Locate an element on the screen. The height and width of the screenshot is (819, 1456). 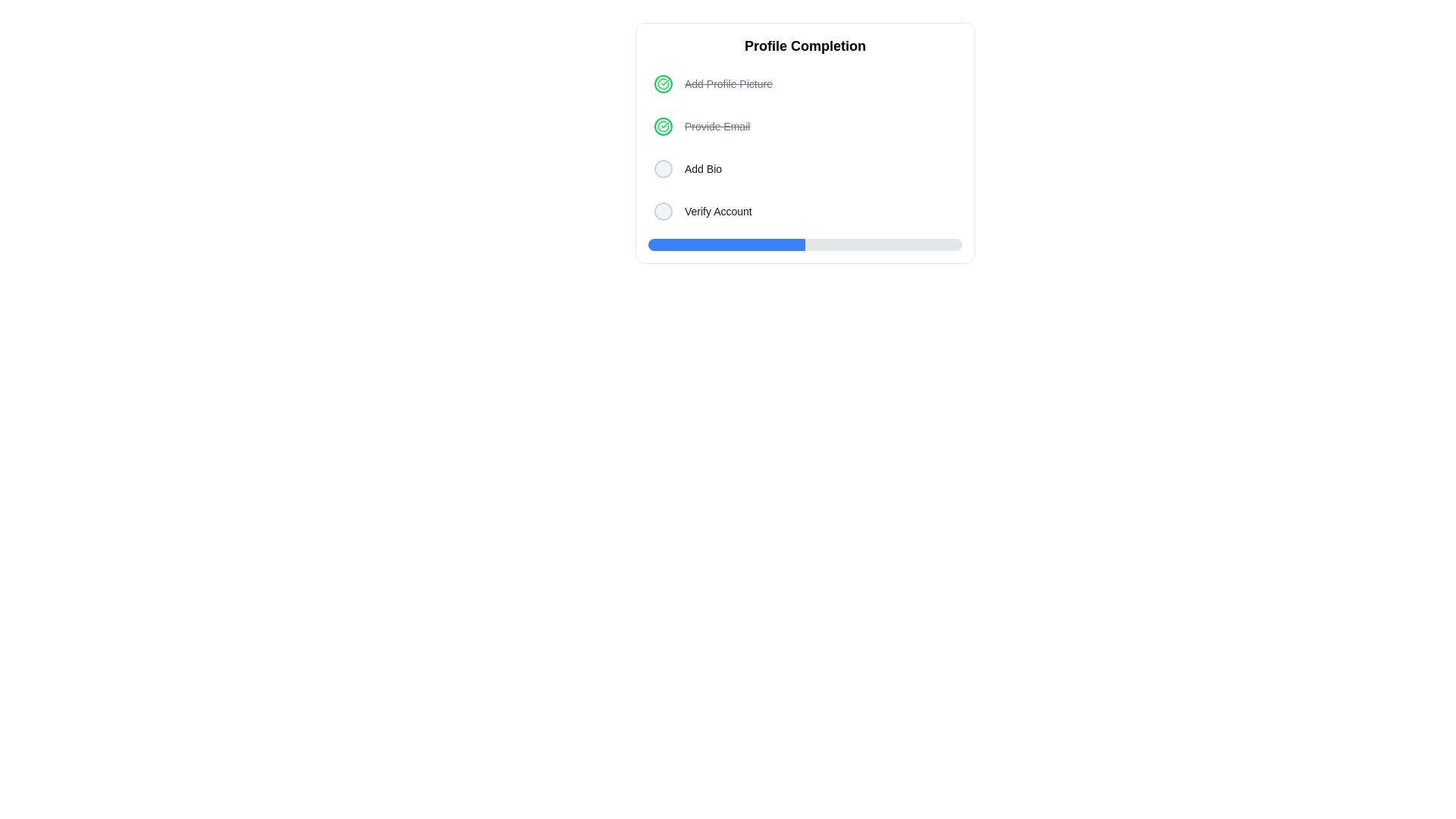
the completed profile task icon that indicates the successful completion of providing an email address in the profile completion interface is located at coordinates (663, 84).